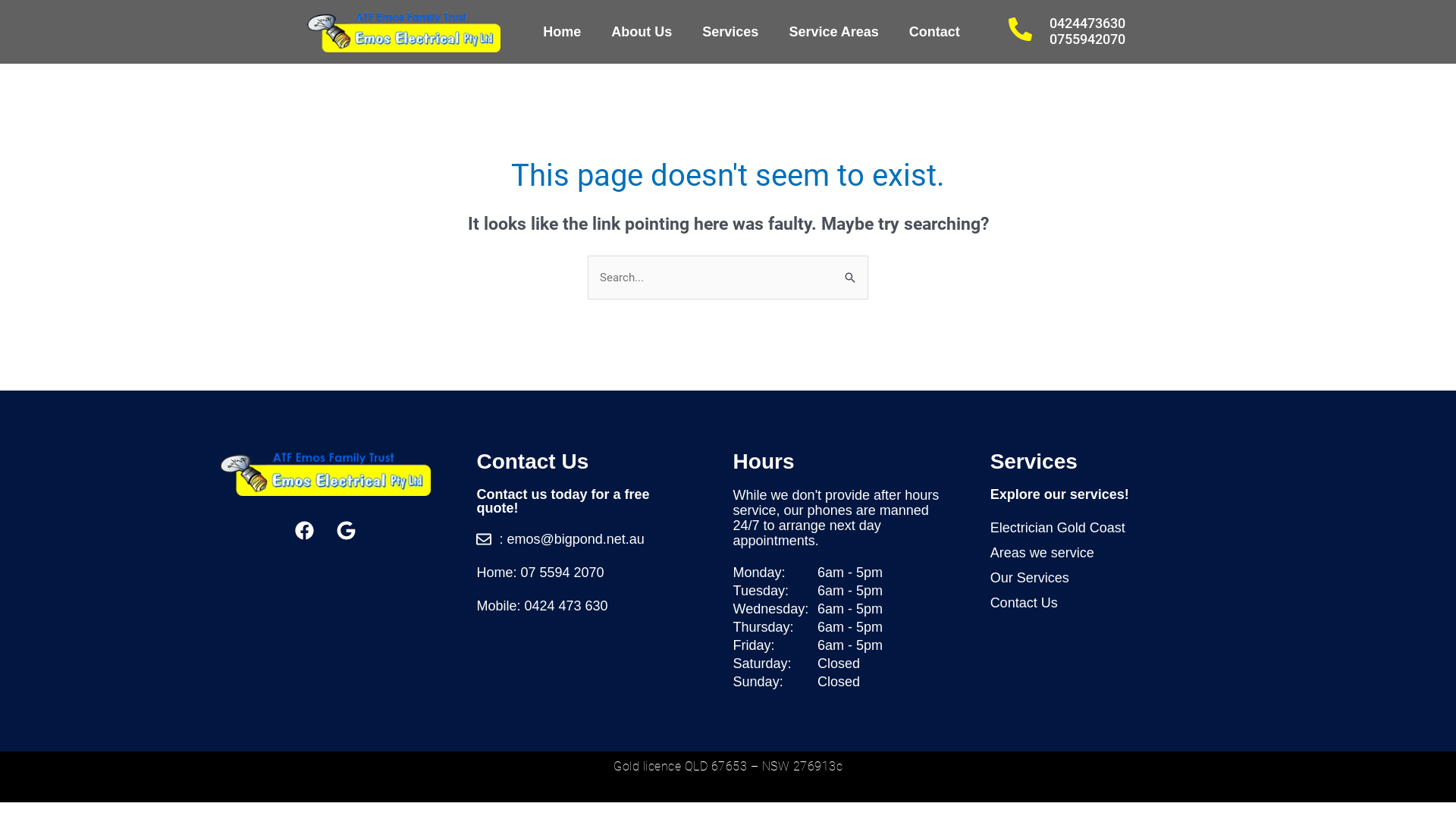  What do you see at coordinates (761, 766) in the screenshot?
I see `'NSW 276913c'` at bounding box center [761, 766].